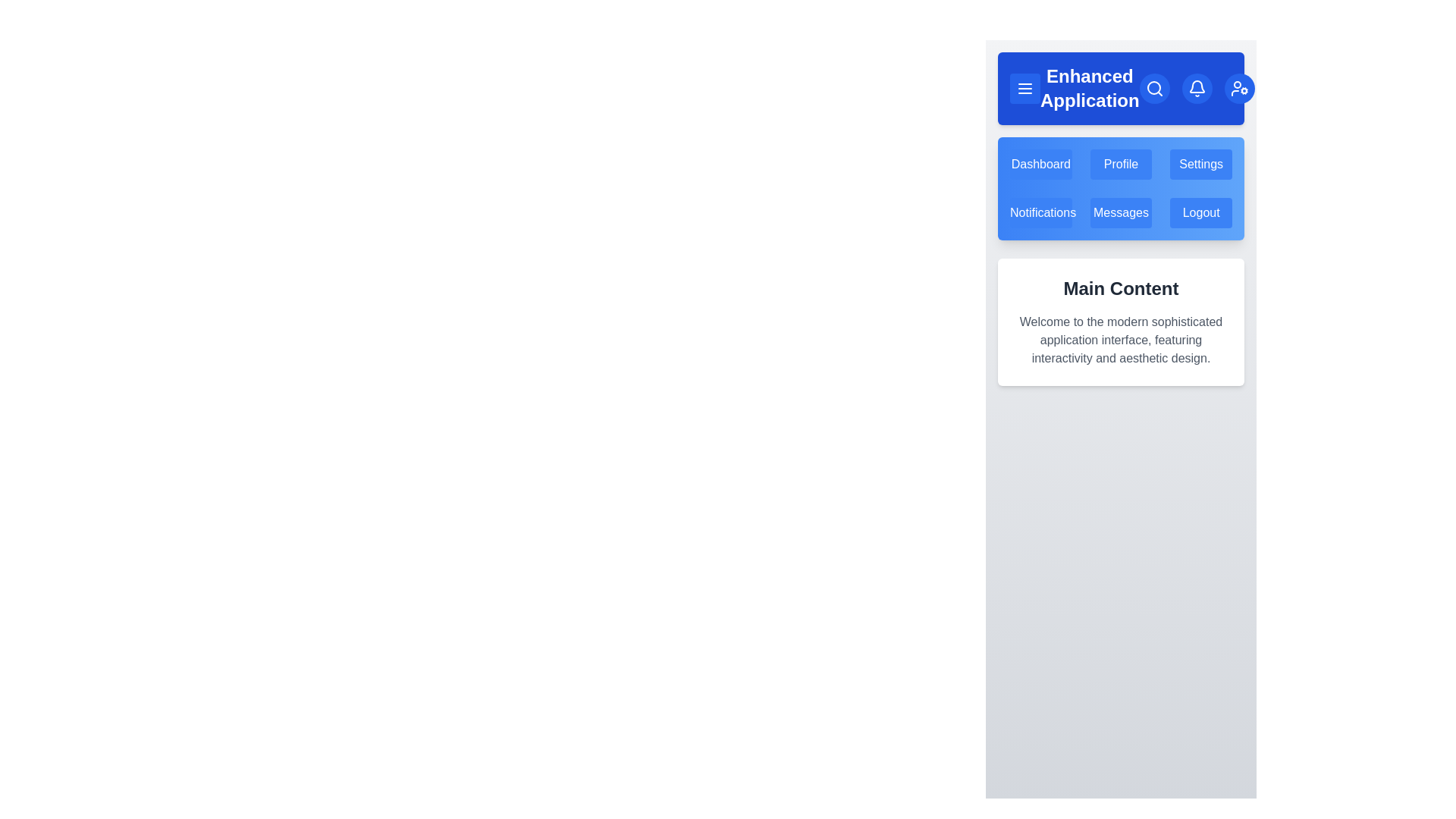 This screenshot has width=1456, height=819. What do you see at coordinates (1025, 88) in the screenshot?
I see `menu button to toggle the menu visibility` at bounding box center [1025, 88].